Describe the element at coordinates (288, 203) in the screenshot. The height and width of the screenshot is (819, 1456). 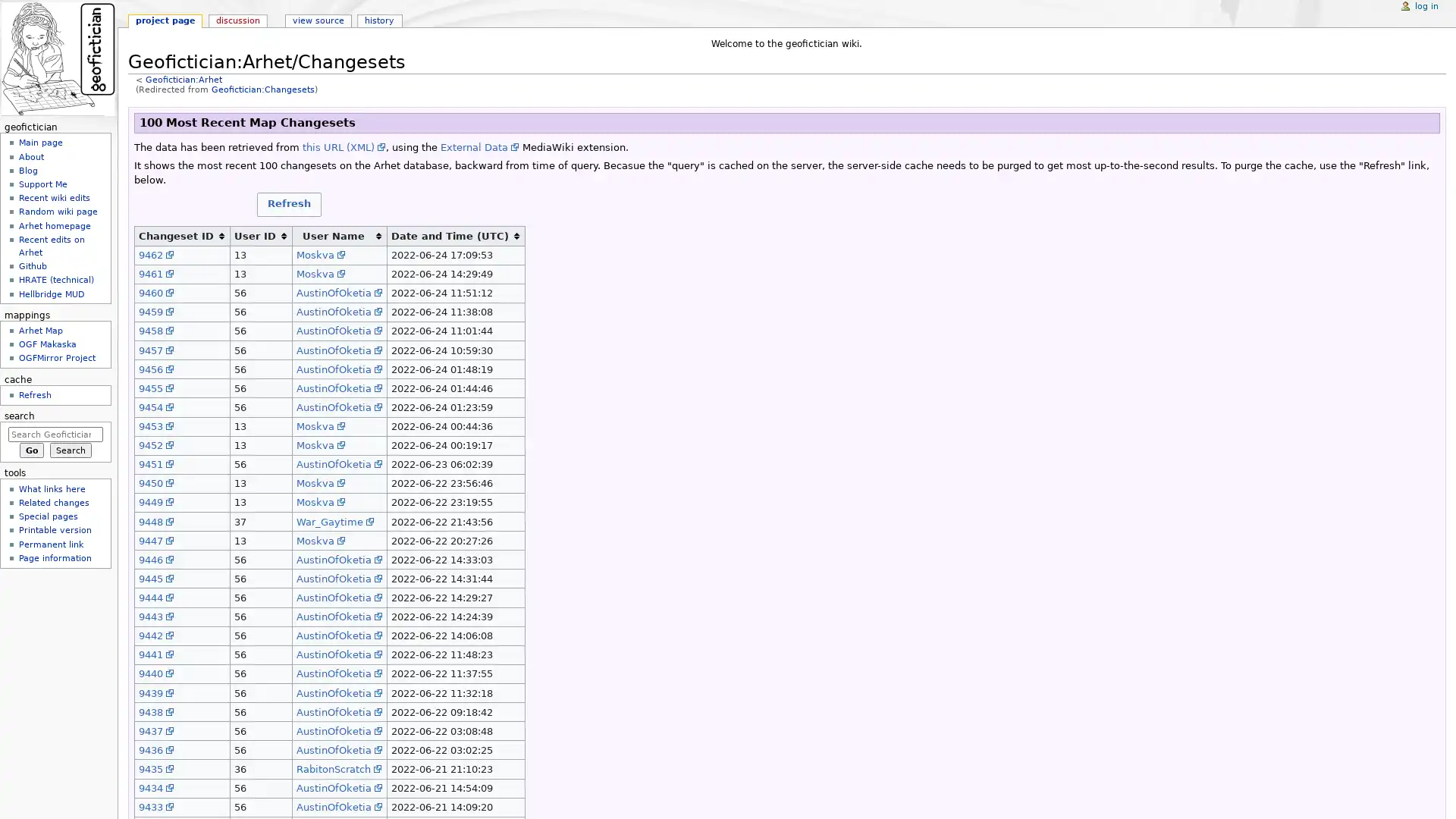
I see `Refresh` at that location.